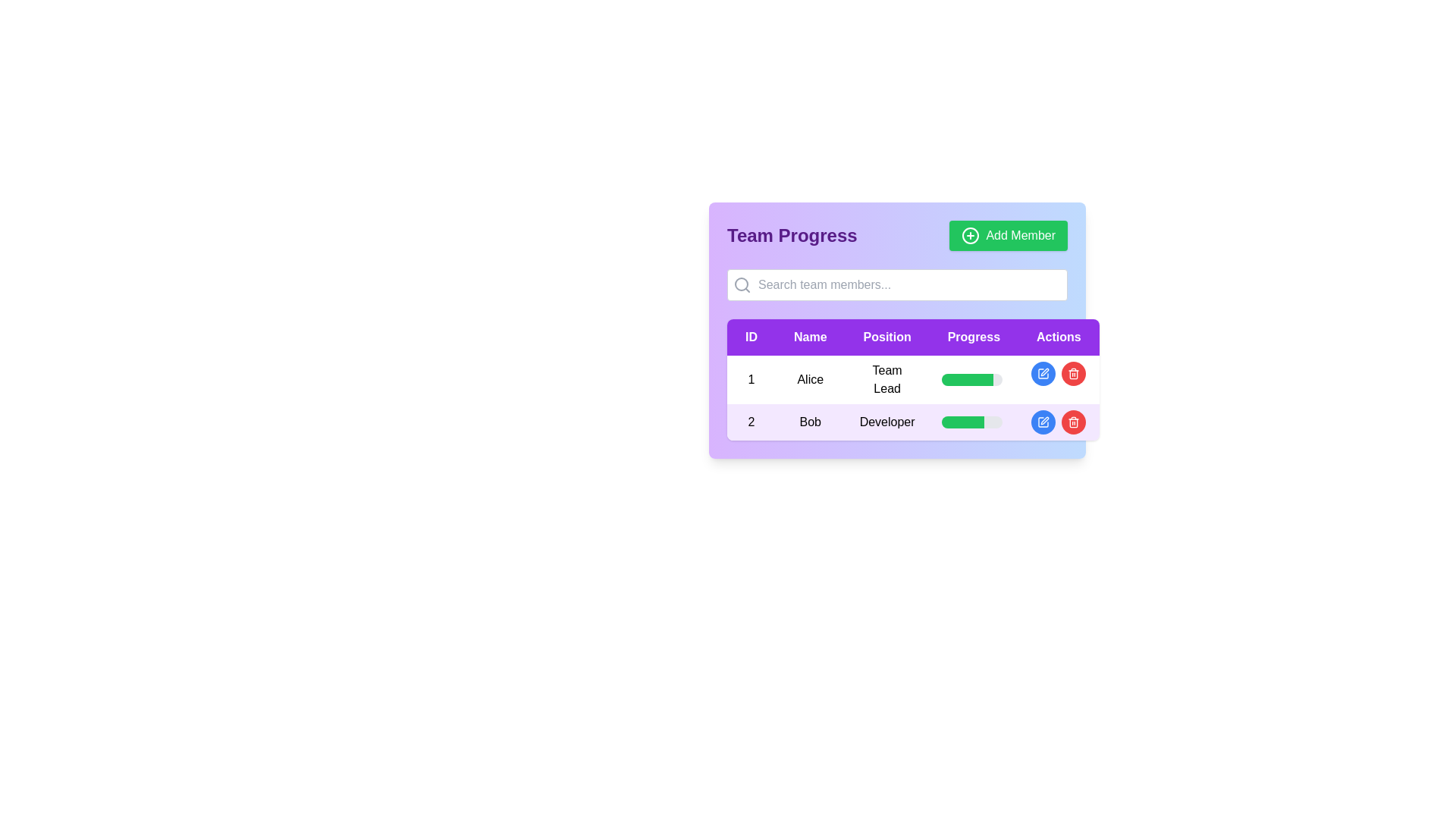 The image size is (1456, 819). Describe the element at coordinates (1073, 422) in the screenshot. I see `the red circular delete button with a trash can icon located in the 'Actions' column of the row for user 'Bob - Developer'` at that location.